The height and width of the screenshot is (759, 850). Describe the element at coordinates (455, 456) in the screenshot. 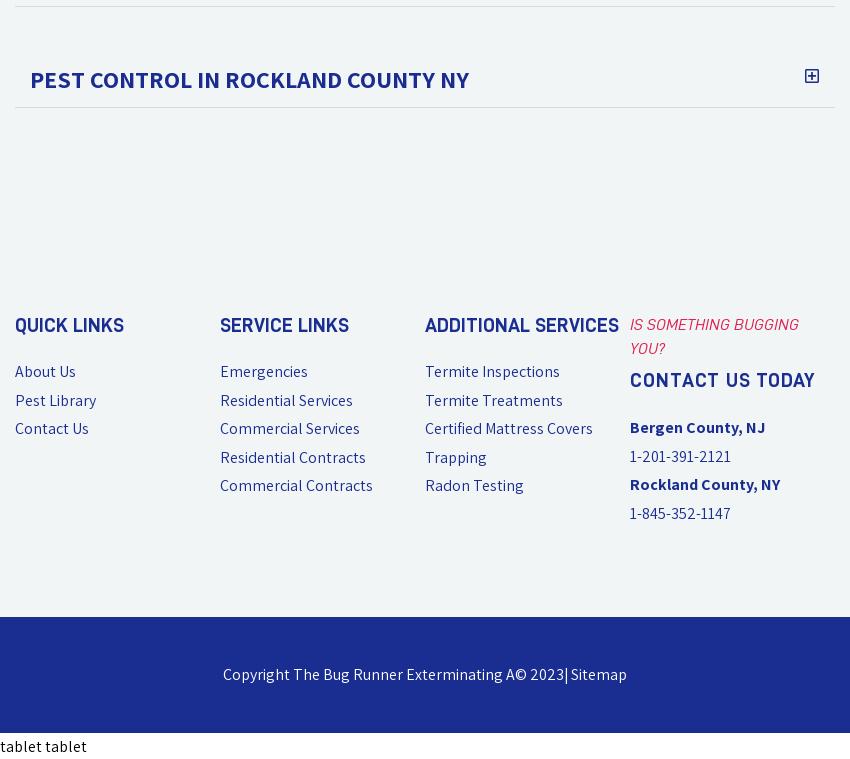

I see `'Trapping'` at that location.